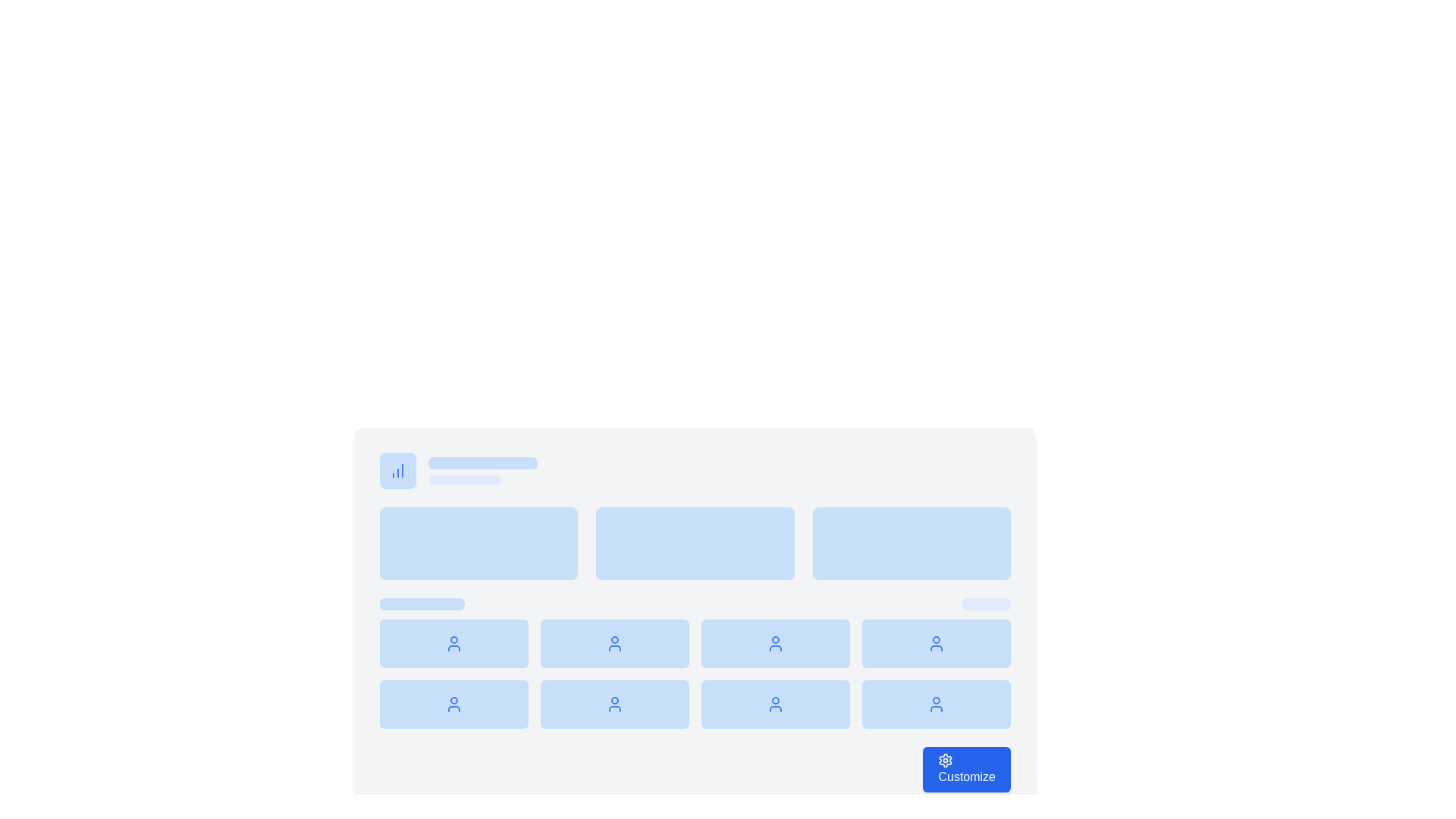 The width and height of the screenshot is (1456, 819). What do you see at coordinates (945, 760) in the screenshot?
I see `the settings SVG icon located to the left of the 'Customize' text inside the blue rectangular button at the bottom right corner of the interface` at bounding box center [945, 760].